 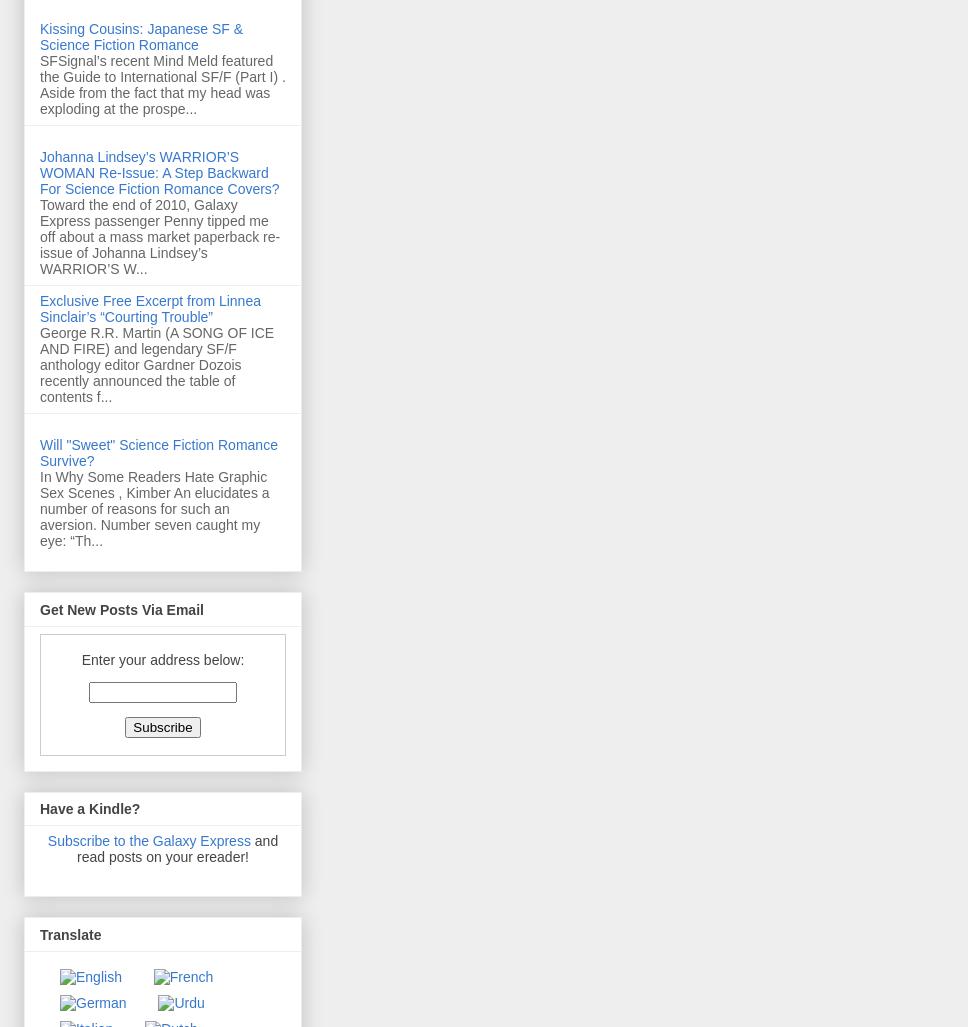 I want to click on 'Get New Posts Via Email', so click(x=39, y=609).